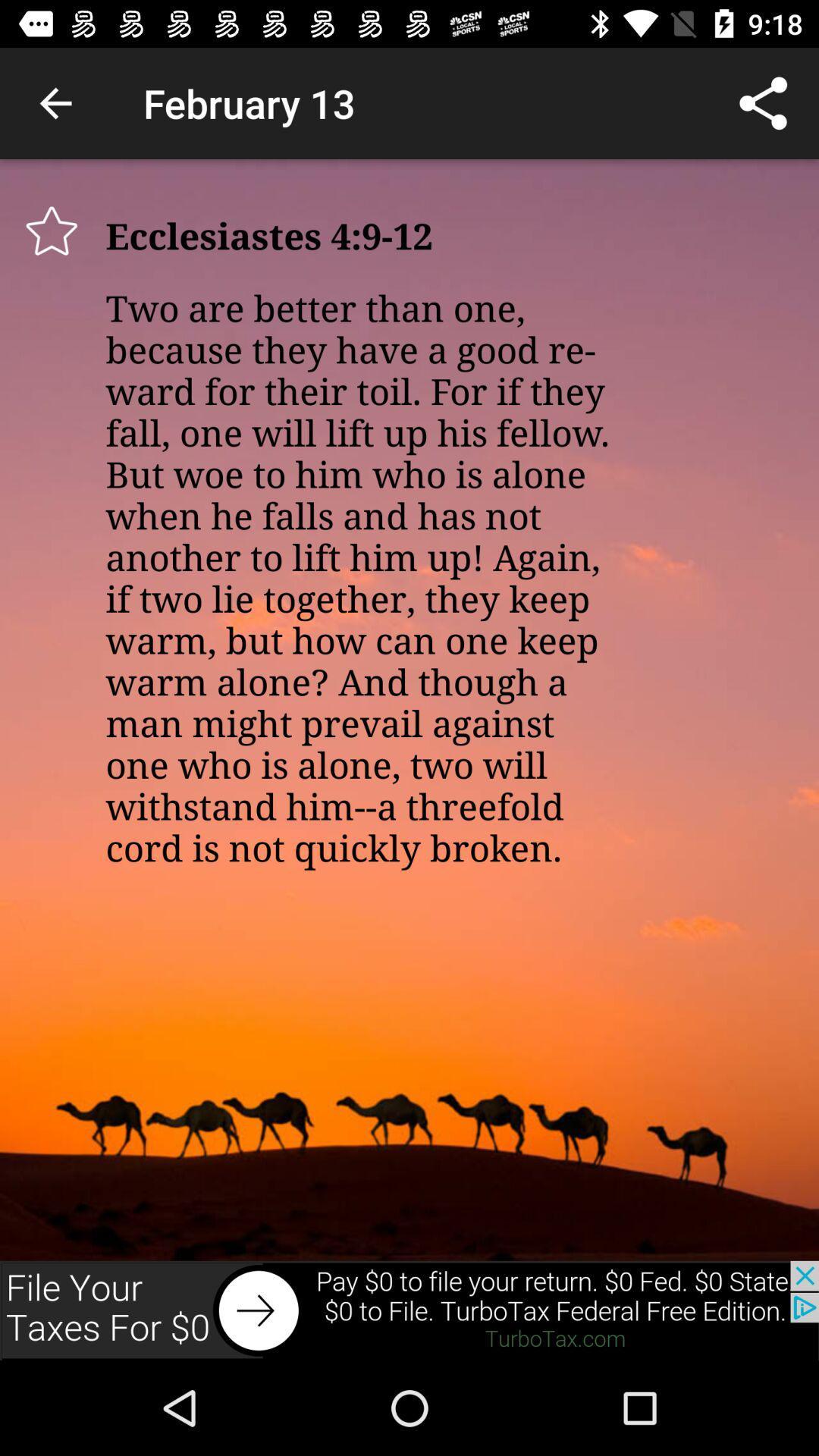  Describe the element at coordinates (51, 230) in the screenshot. I see `to favorites` at that location.